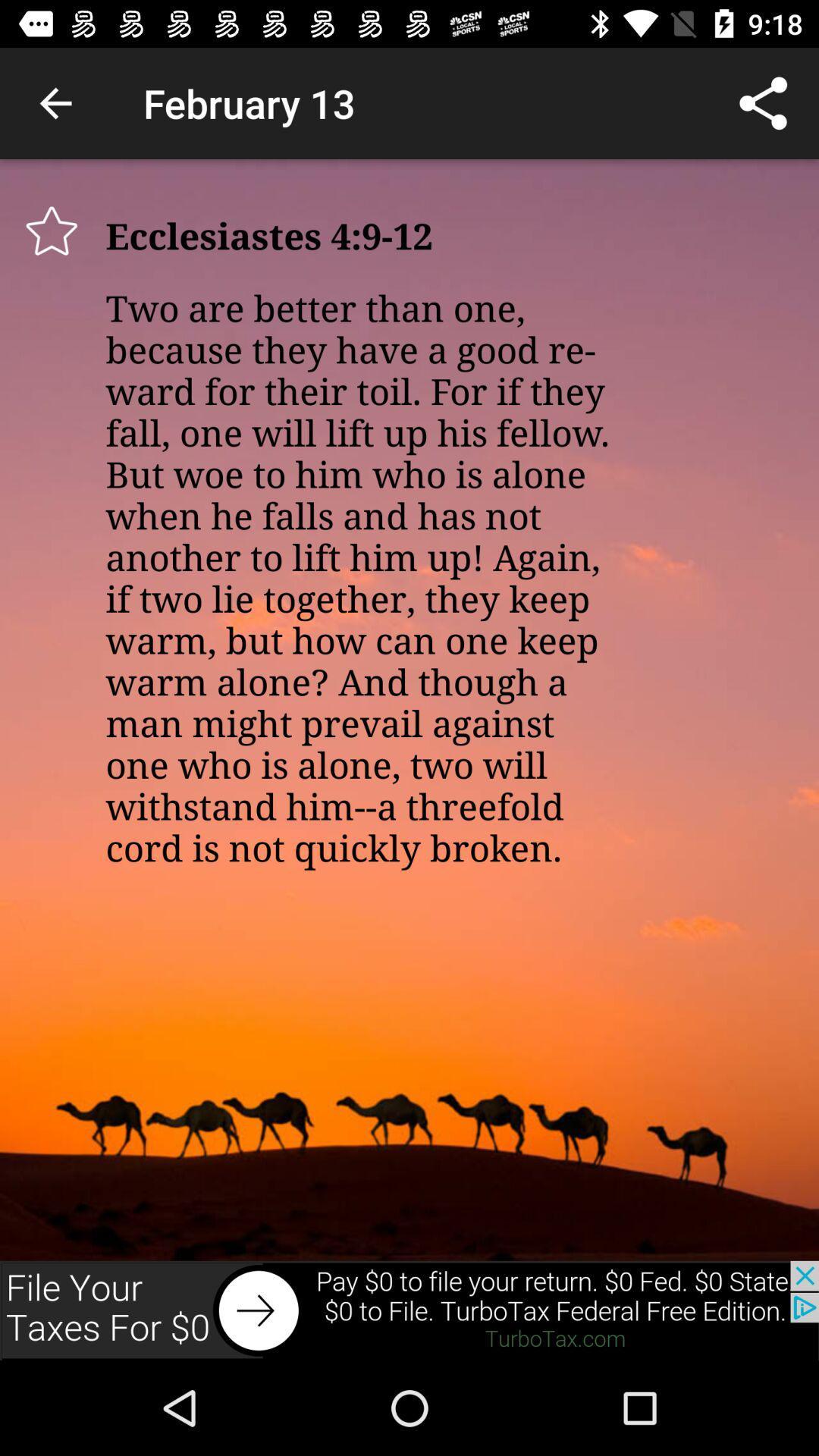  Describe the element at coordinates (51, 230) in the screenshot. I see `to favorites` at that location.